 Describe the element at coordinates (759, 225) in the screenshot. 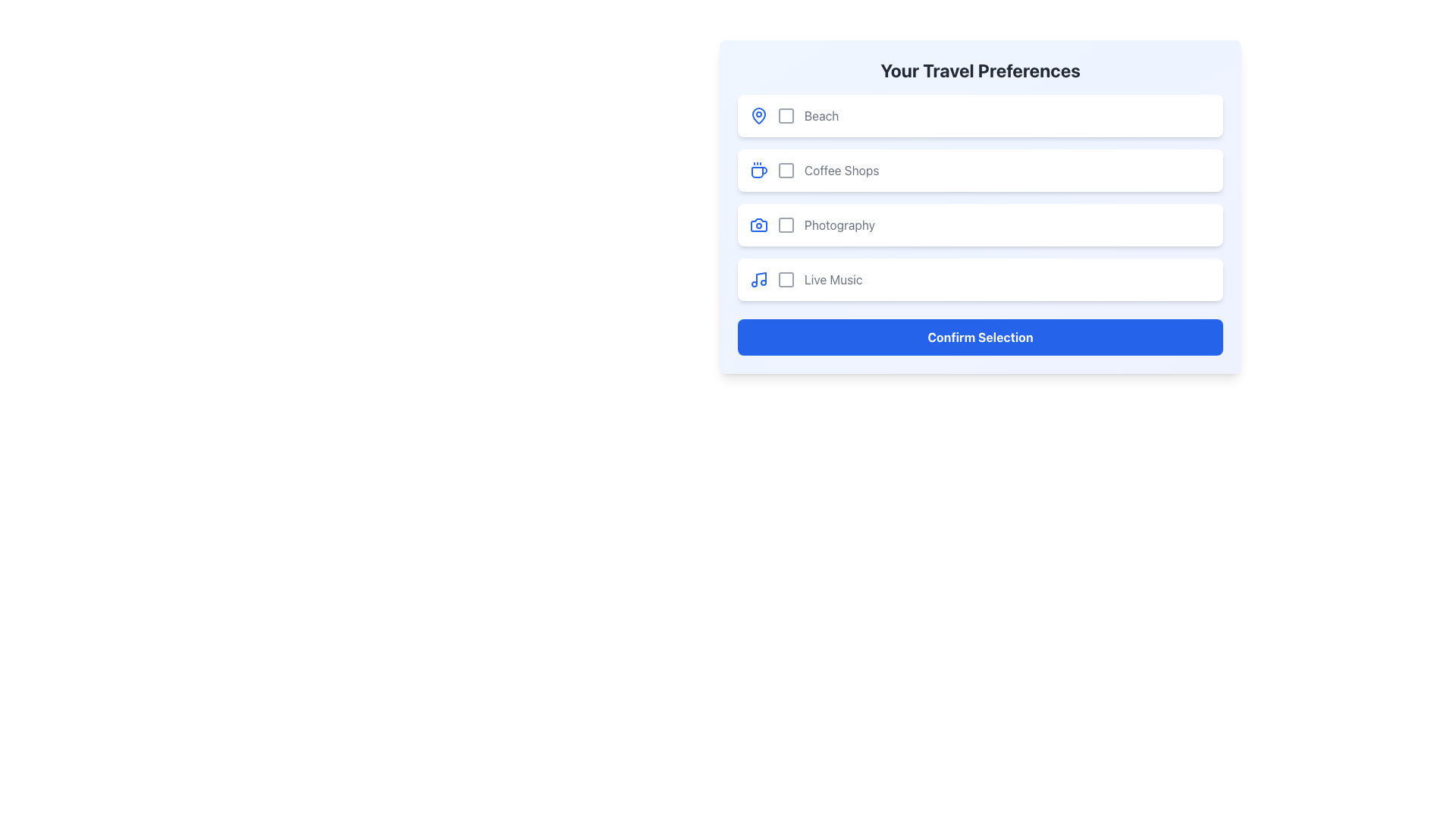

I see `the photography icon located to the left of the 'Photography' text in the travel preferences selection interface` at that location.